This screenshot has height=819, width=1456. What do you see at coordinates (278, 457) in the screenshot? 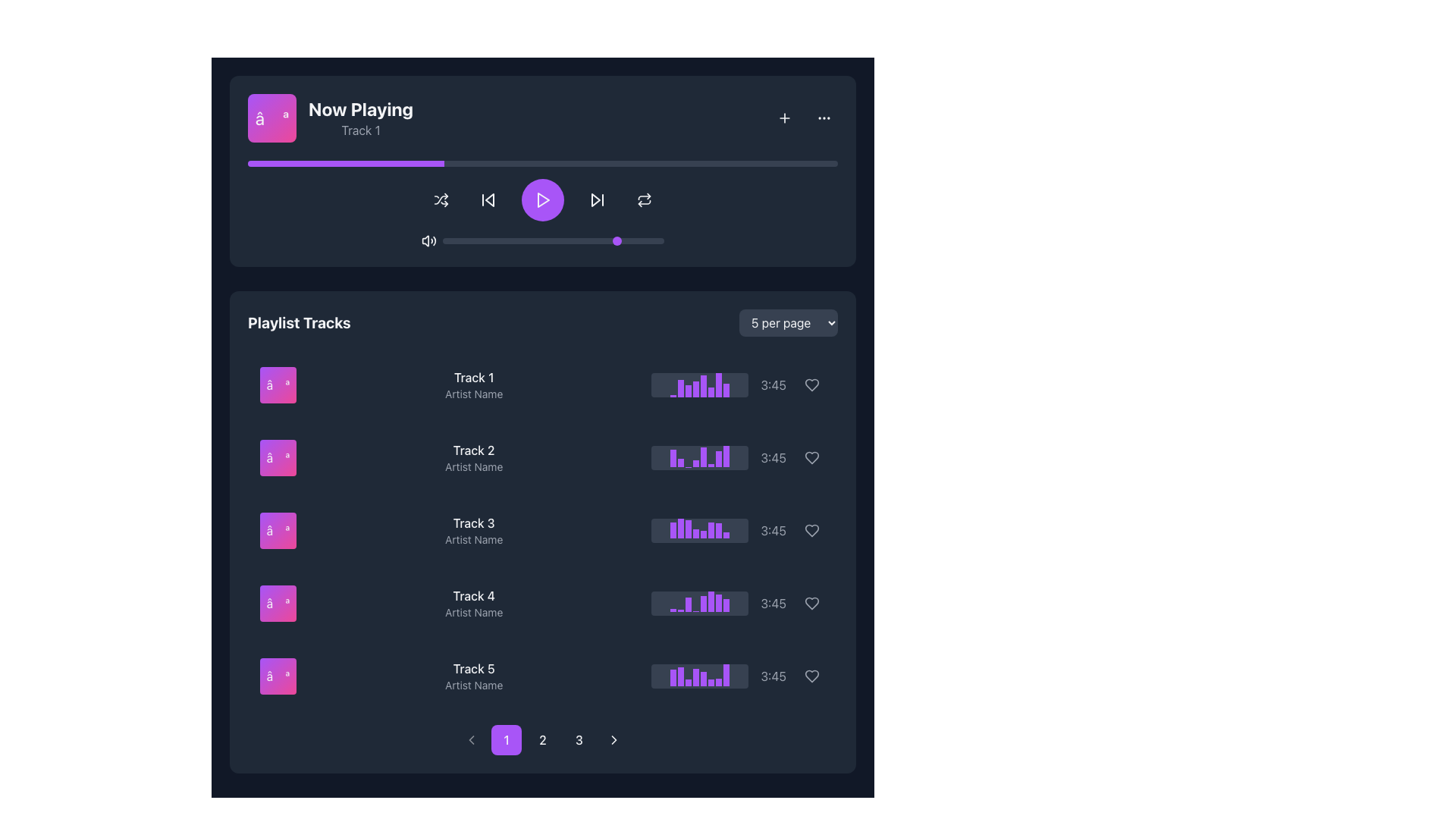
I see `the visual decoration icon representing the second music track in the Playlist Tracks section, located to the left of its descriptive text` at bounding box center [278, 457].